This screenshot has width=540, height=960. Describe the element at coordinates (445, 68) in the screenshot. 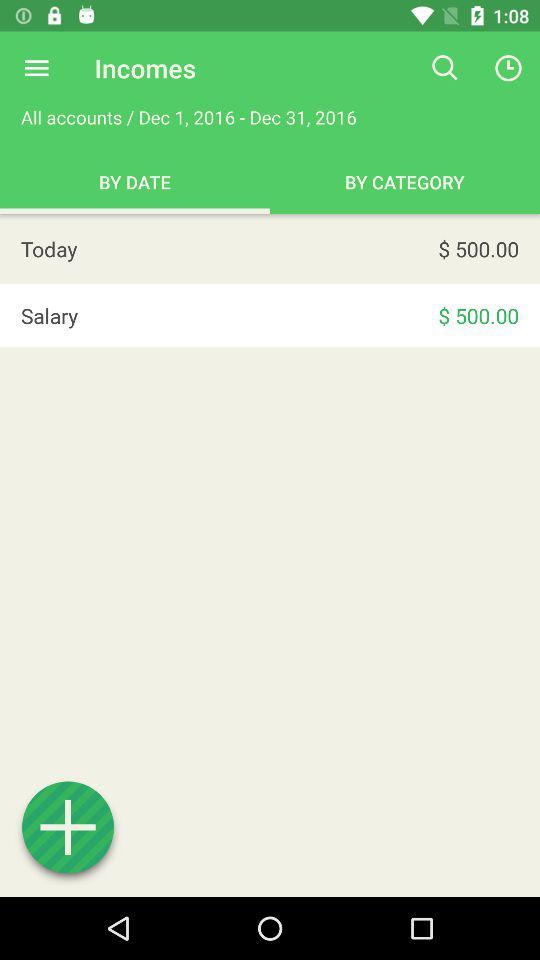

I see `app next to the all accounts dec icon` at that location.